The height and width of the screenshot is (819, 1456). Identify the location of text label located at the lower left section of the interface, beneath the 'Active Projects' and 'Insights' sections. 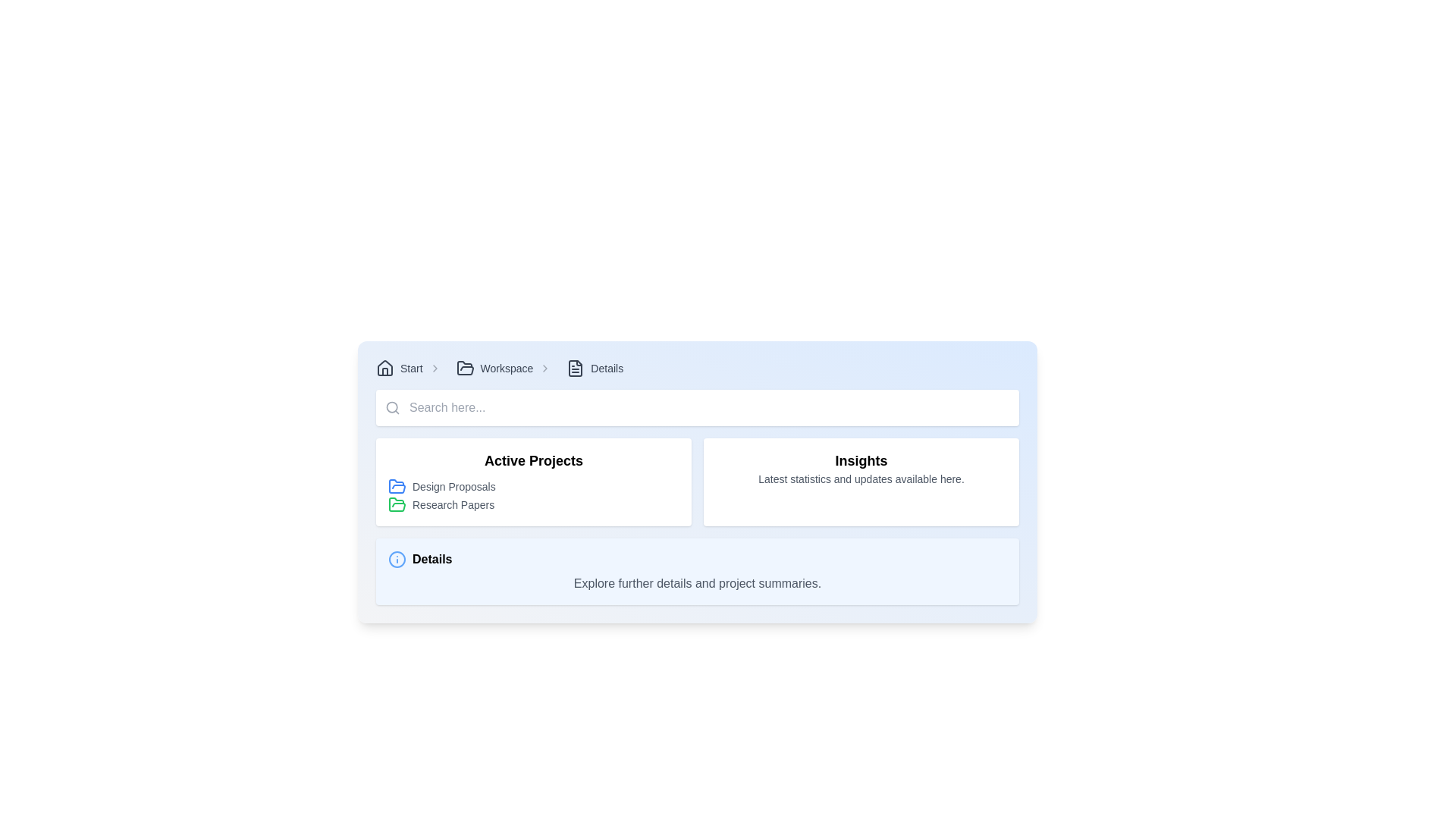
(431, 559).